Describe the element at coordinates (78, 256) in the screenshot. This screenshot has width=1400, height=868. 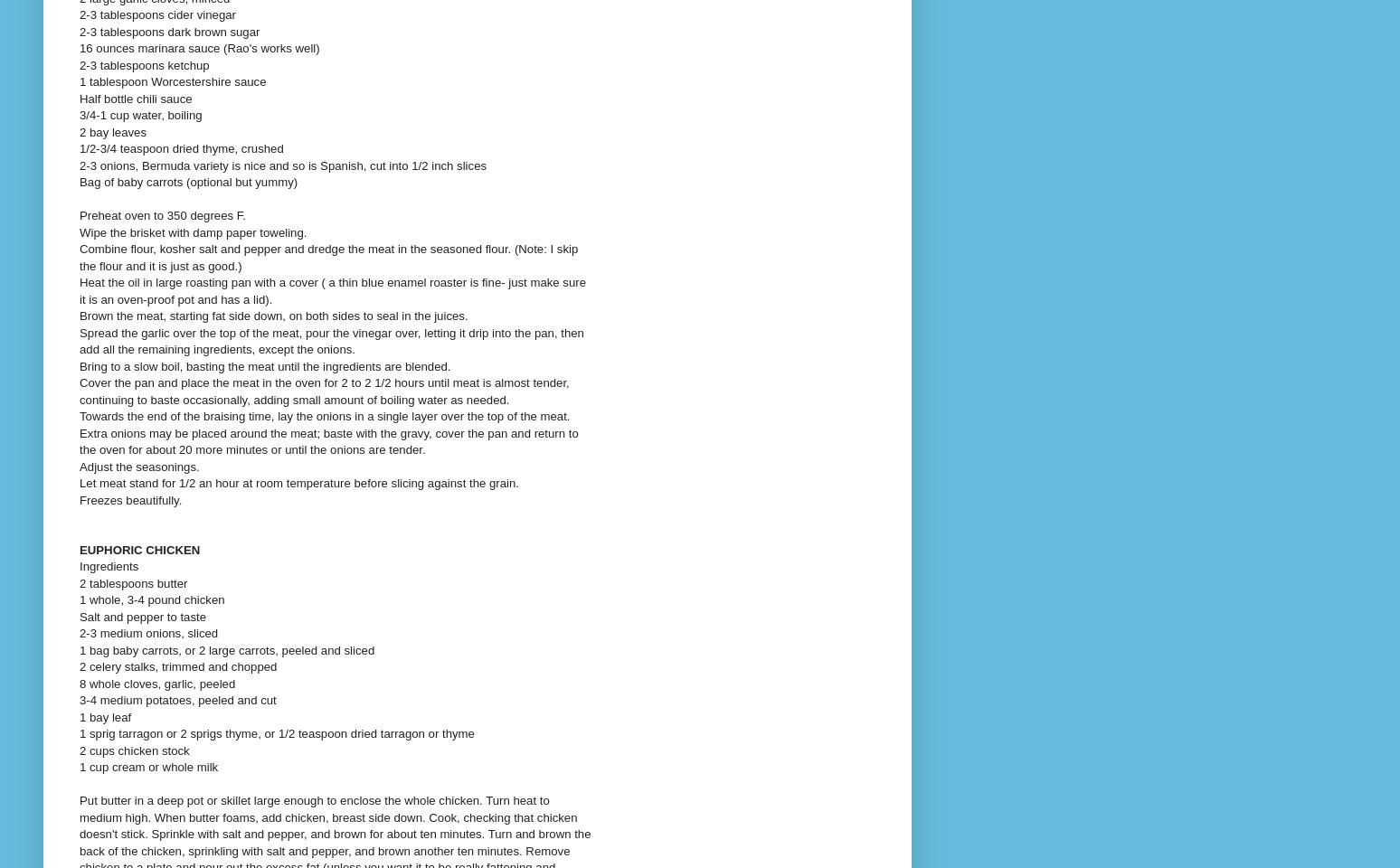
I see `'Combine flour,  kosher salt and pepper and dredge the meat in the seasoned flour. (Note: I skip the flour and it is just as good.)'` at that location.